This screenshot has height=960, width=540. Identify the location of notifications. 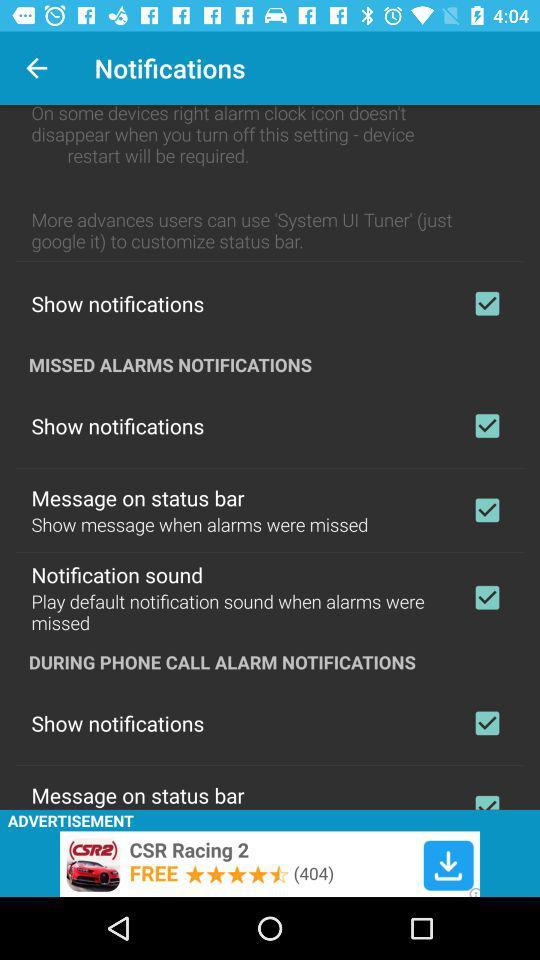
(486, 303).